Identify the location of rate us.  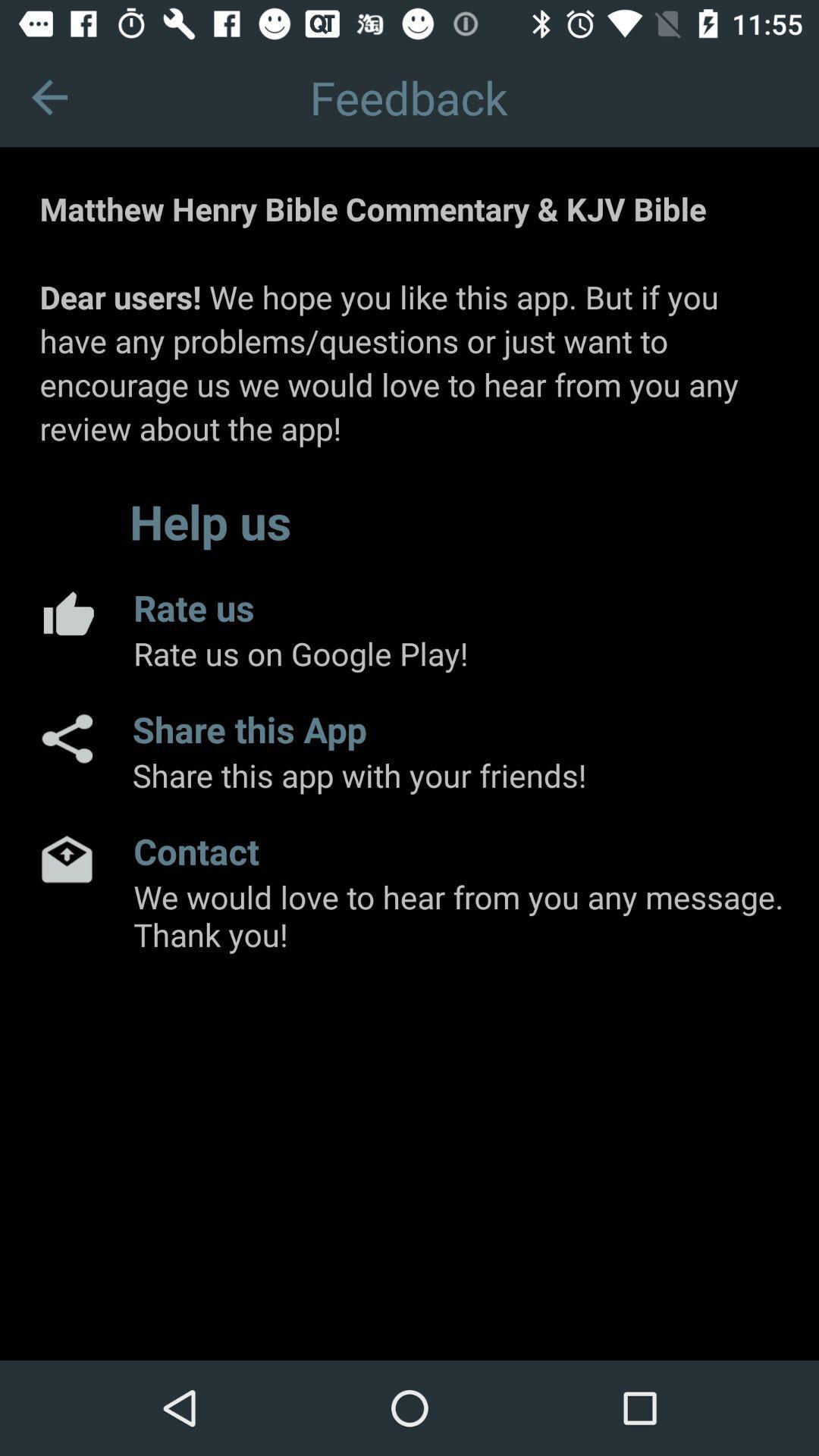
(66, 613).